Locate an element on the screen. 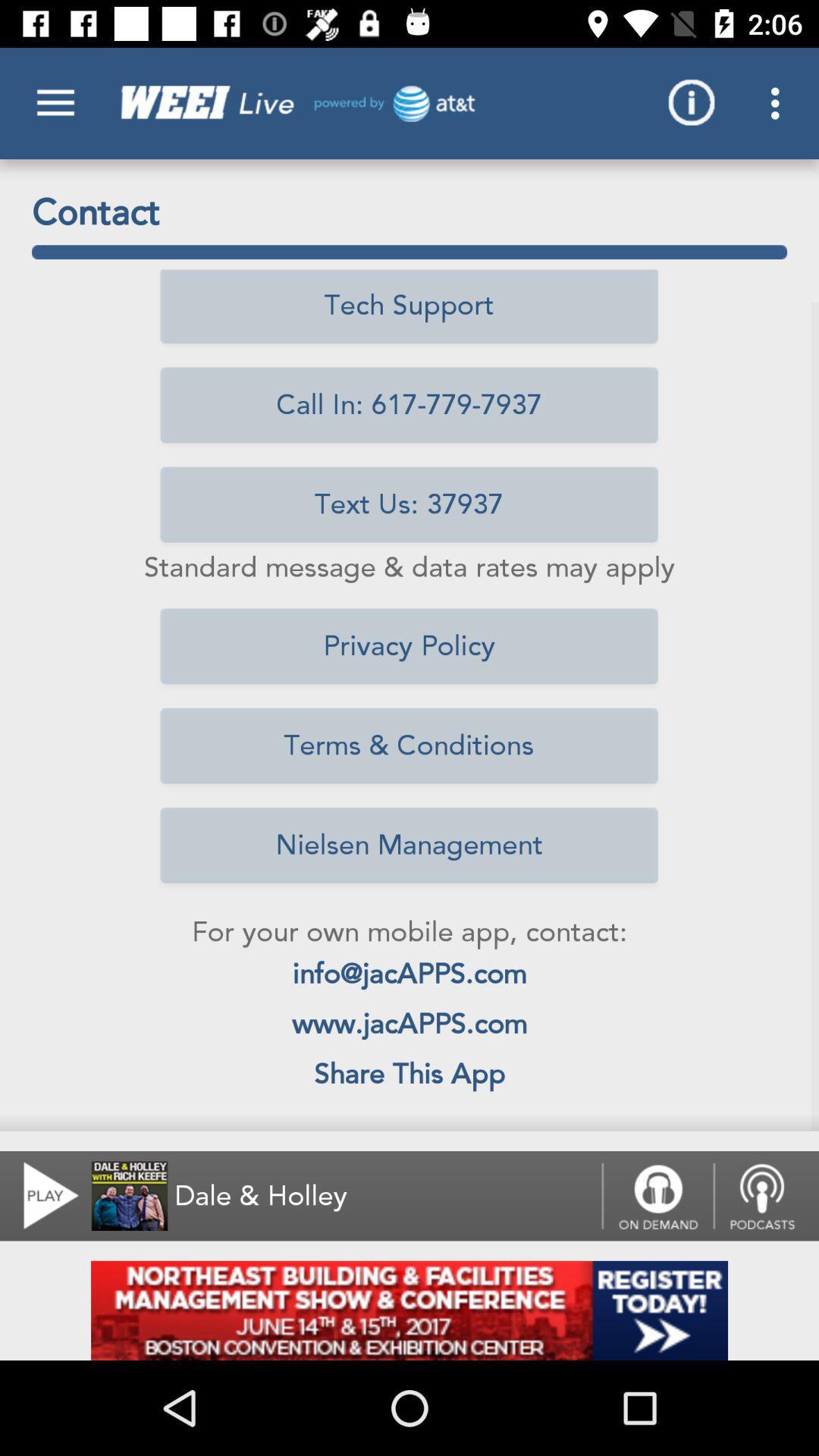 This screenshot has height=1456, width=819. the location icon is located at coordinates (766, 1195).